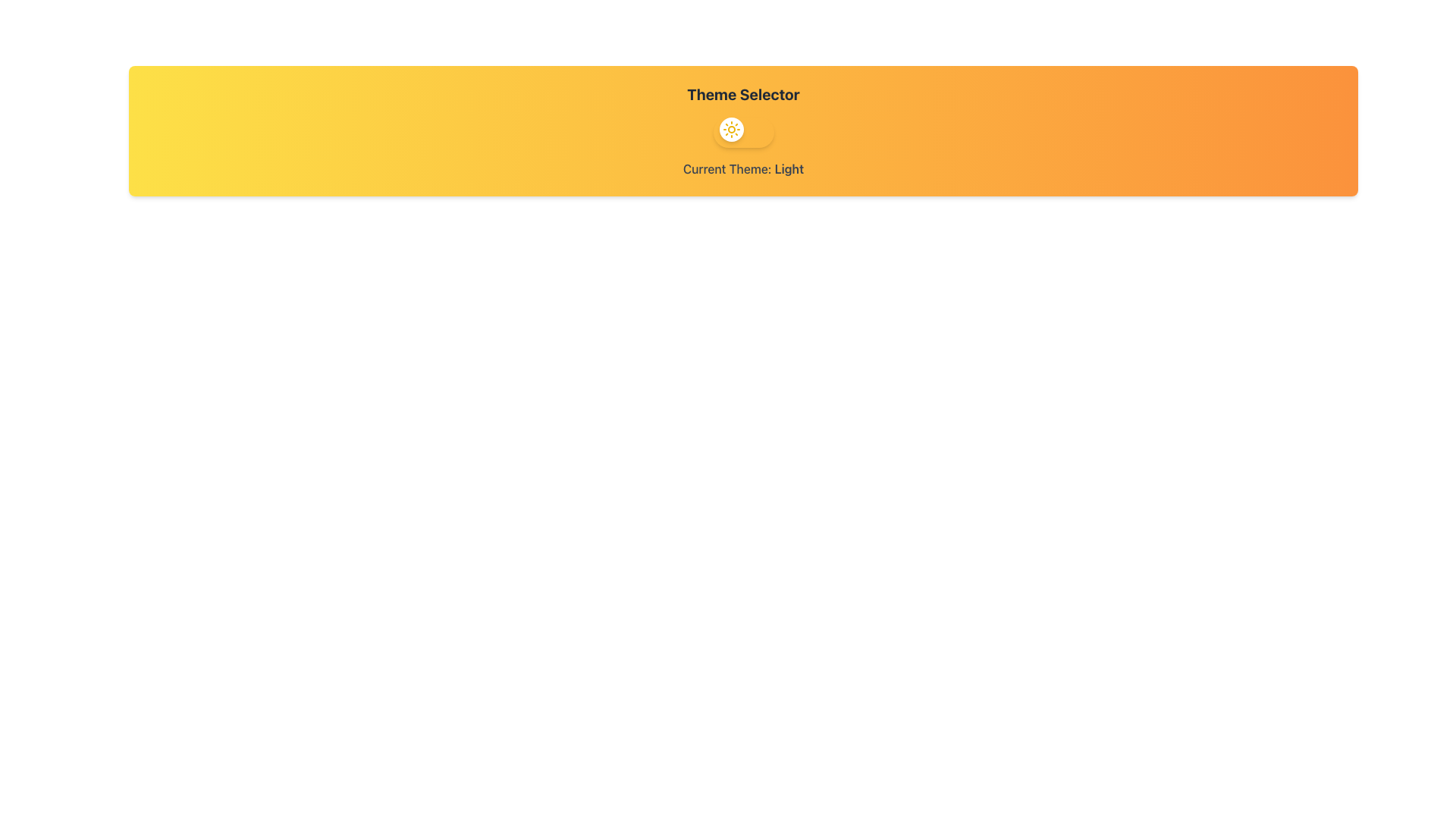 This screenshot has width=1456, height=819. I want to click on the label that displays the currently selected theme of the application, located at the bottom of the 'Theme Selector' interface, directly below the toggle switch, so click(743, 169).